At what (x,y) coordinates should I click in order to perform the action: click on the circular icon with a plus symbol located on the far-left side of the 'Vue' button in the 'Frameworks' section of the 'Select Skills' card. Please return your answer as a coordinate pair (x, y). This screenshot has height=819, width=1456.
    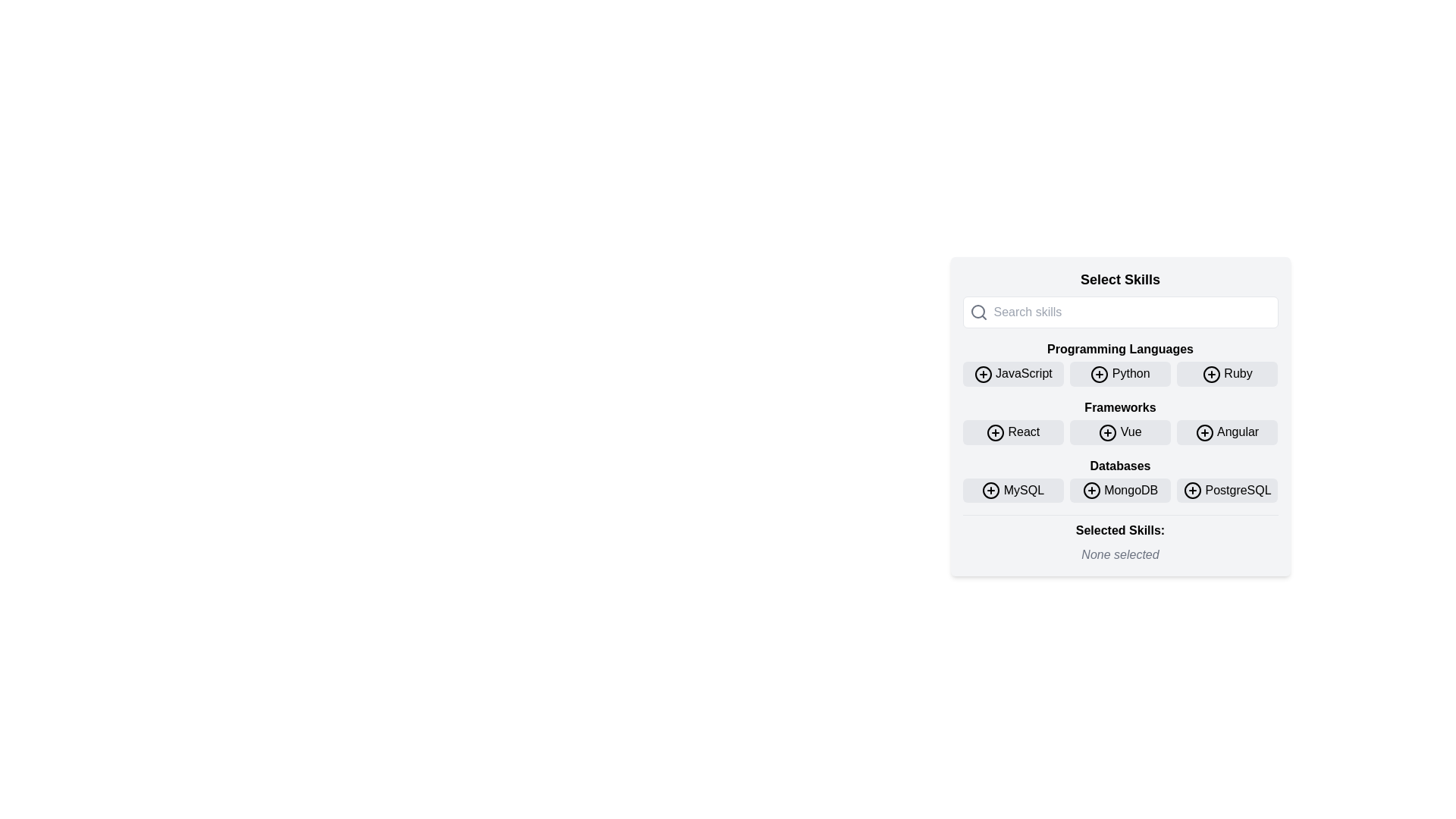
    Looking at the image, I should click on (1108, 432).